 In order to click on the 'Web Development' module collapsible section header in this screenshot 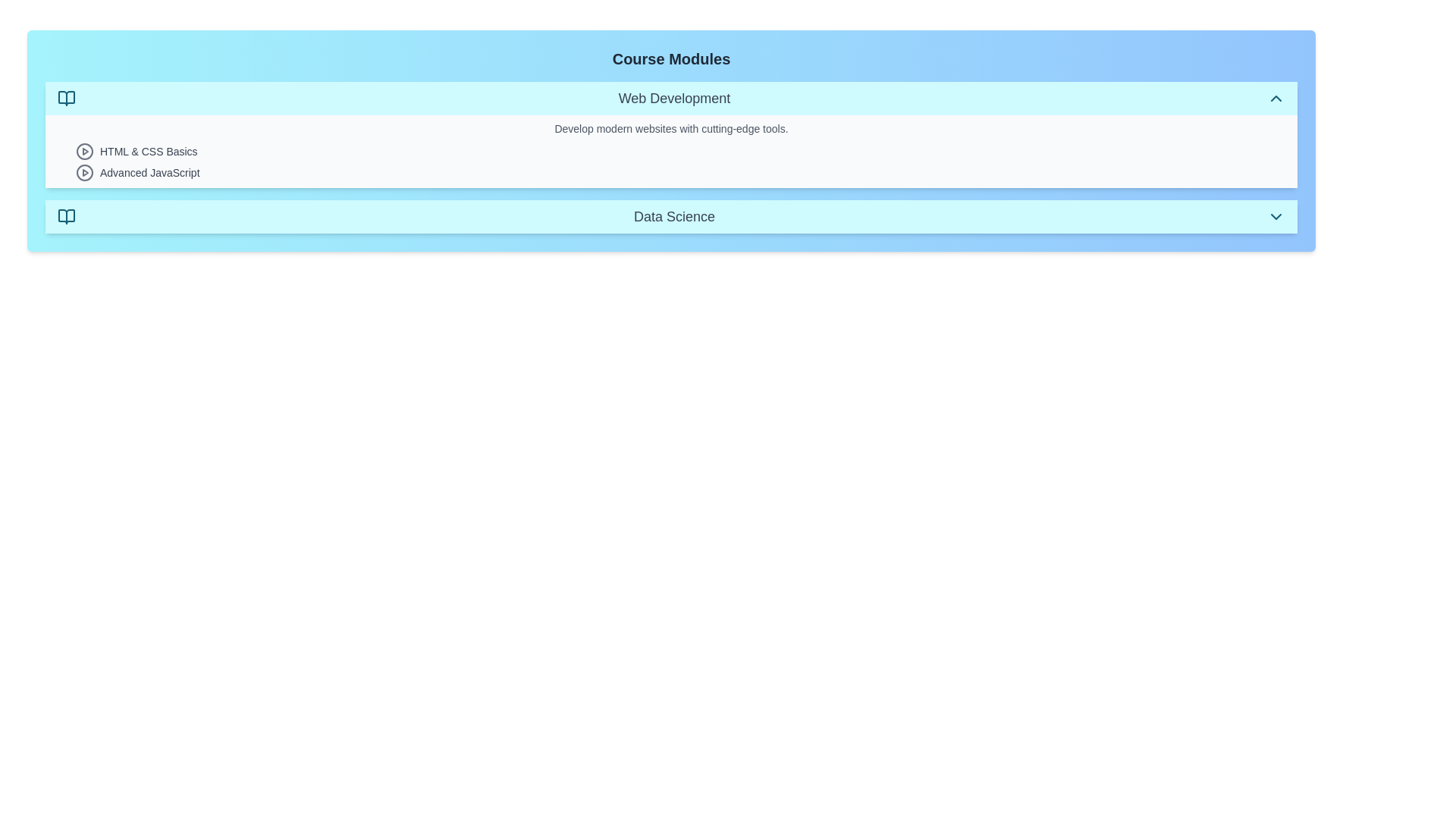, I will do `click(670, 99)`.